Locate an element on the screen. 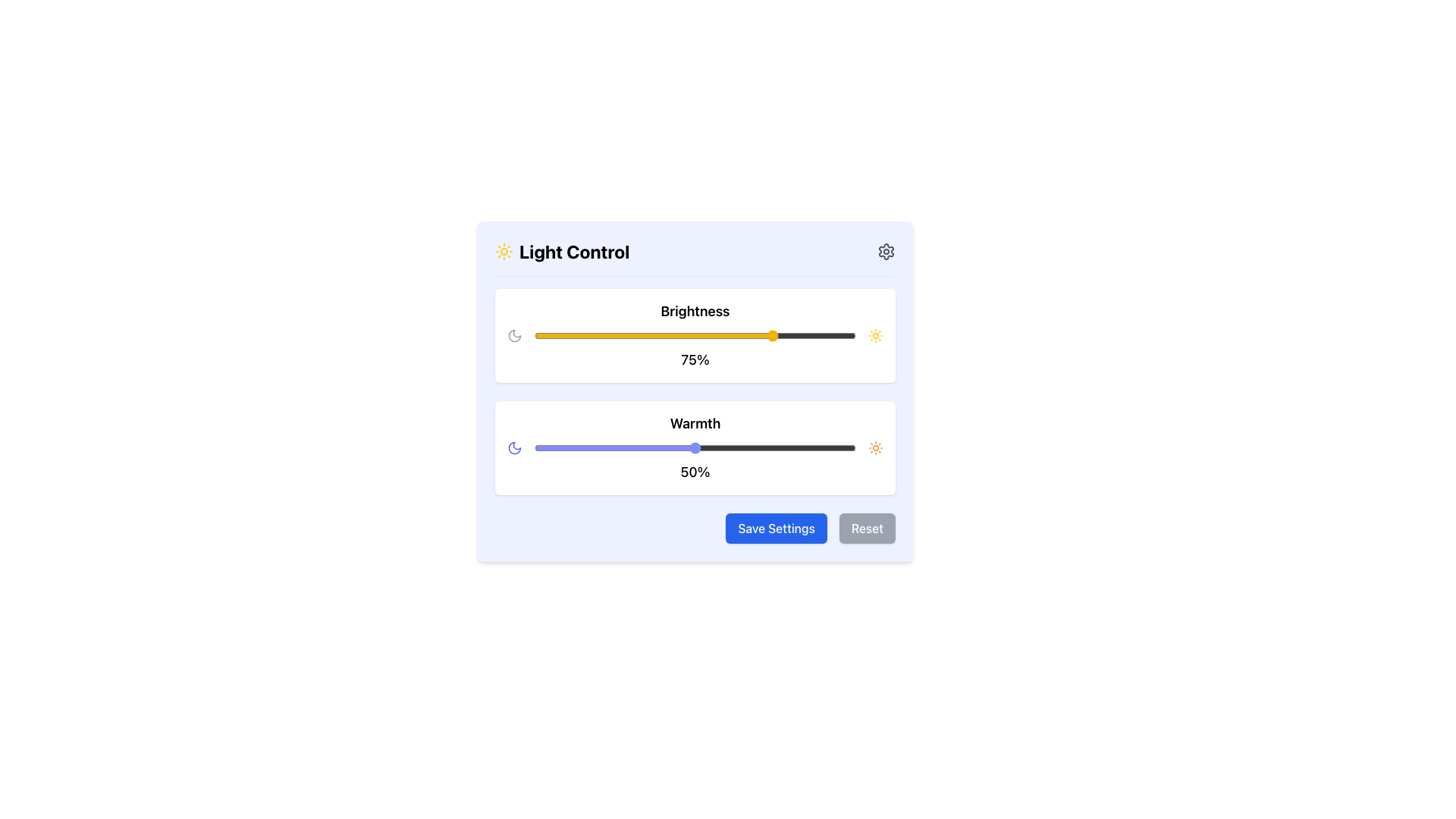  brightness is located at coordinates (810, 335).